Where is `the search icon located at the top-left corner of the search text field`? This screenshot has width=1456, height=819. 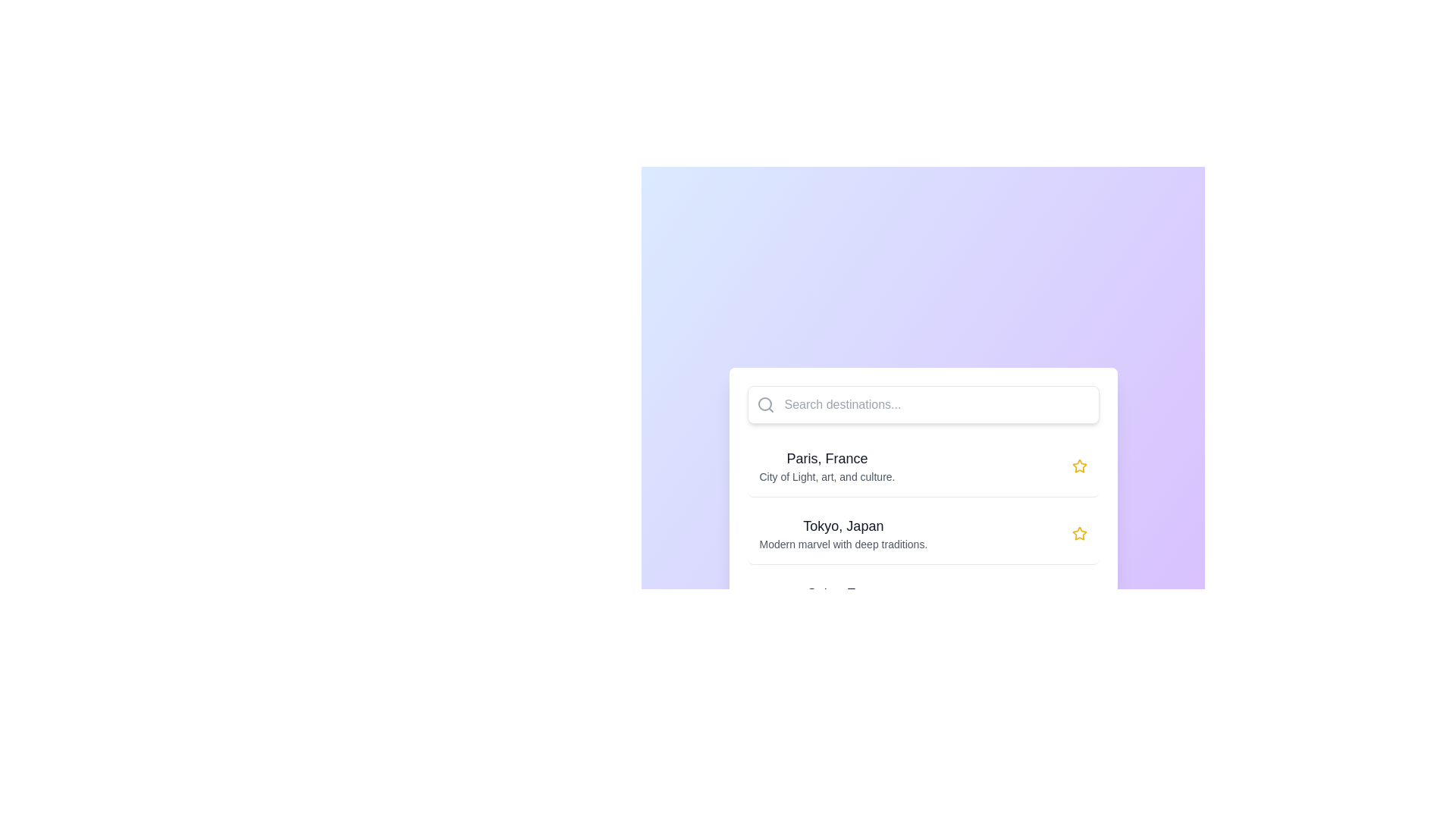 the search icon located at the top-left corner of the search text field is located at coordinates (765, 403).